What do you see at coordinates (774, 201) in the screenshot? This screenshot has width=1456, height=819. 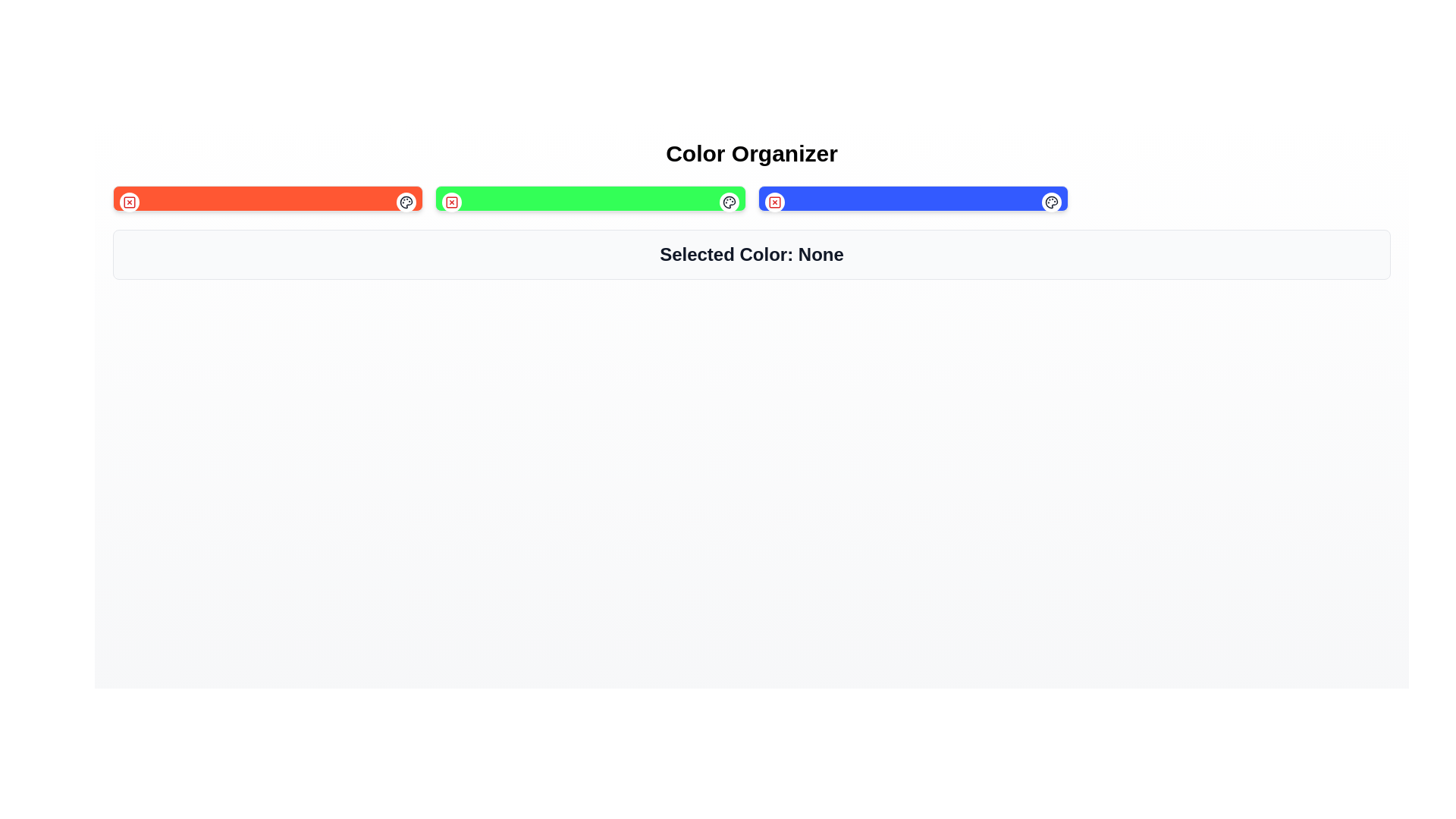 I see `the delete button with a red cross icon located at the top-left corner of the blue section` at bounding box center [774, 201].